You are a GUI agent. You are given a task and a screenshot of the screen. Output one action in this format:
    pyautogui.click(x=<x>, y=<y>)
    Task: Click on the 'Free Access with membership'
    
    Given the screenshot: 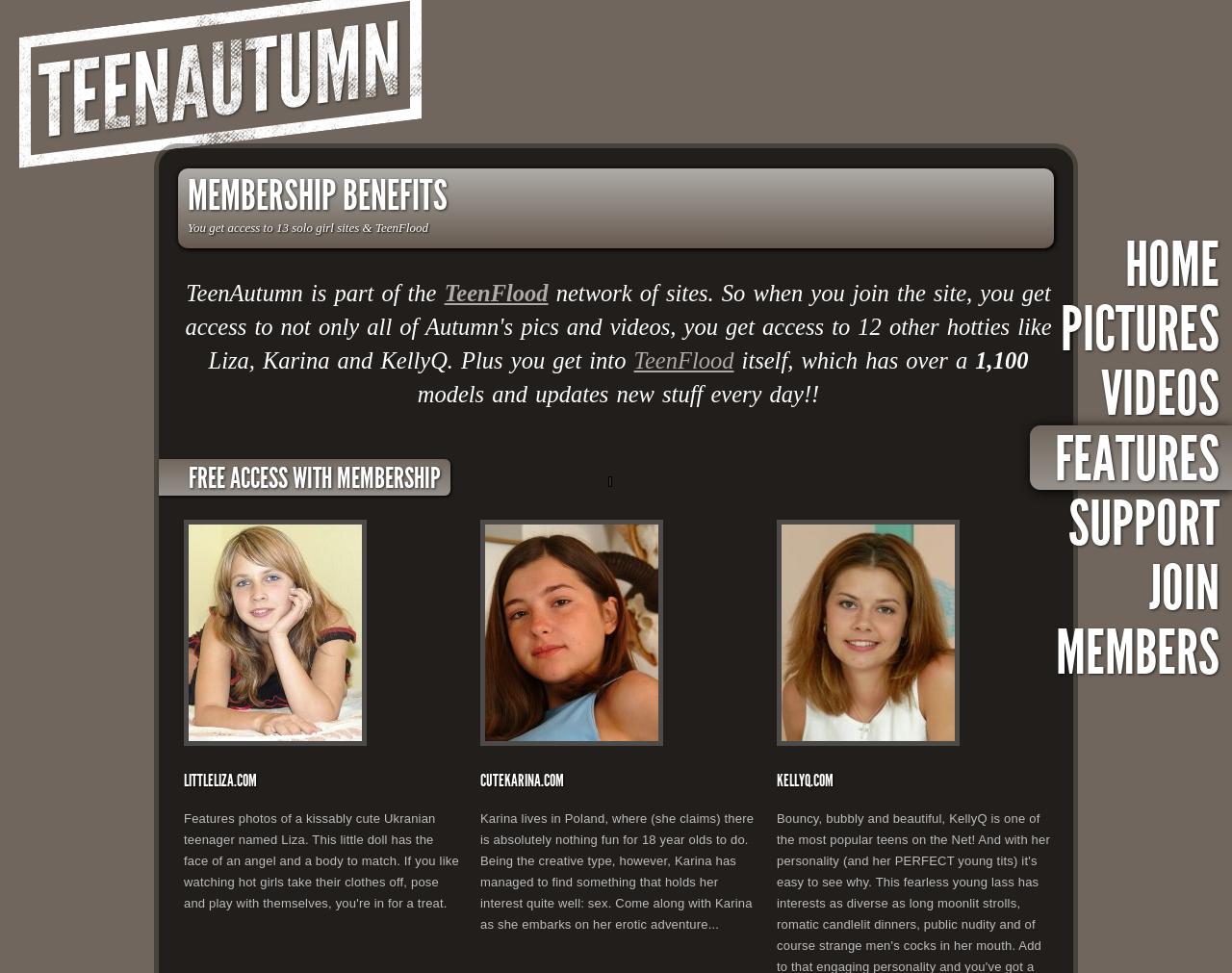 What is the action you would take?
    pyautogui.click(x=315, y=477)
    